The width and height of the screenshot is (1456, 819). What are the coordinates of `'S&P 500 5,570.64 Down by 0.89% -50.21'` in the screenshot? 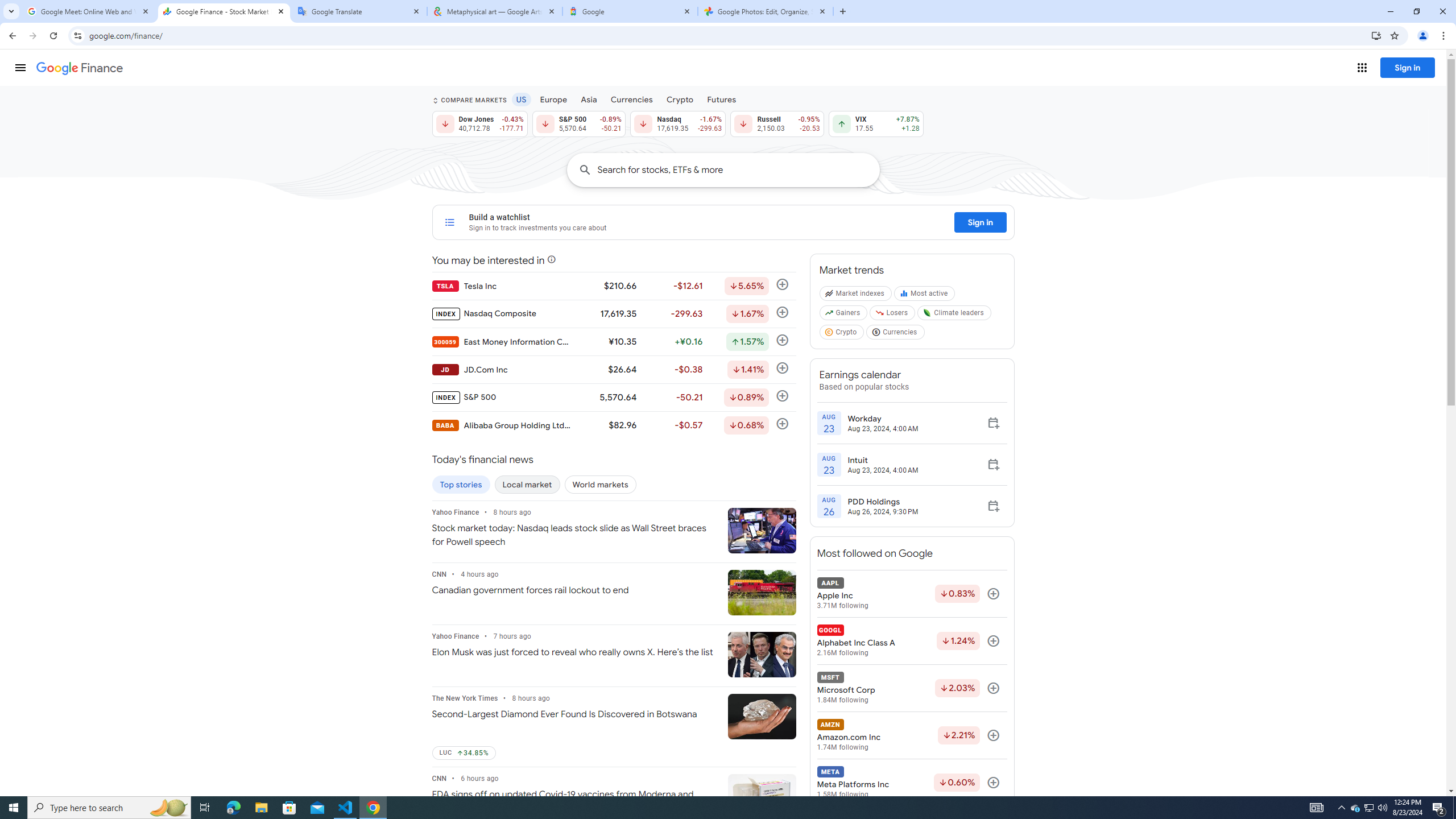 It's located at (578, 123).